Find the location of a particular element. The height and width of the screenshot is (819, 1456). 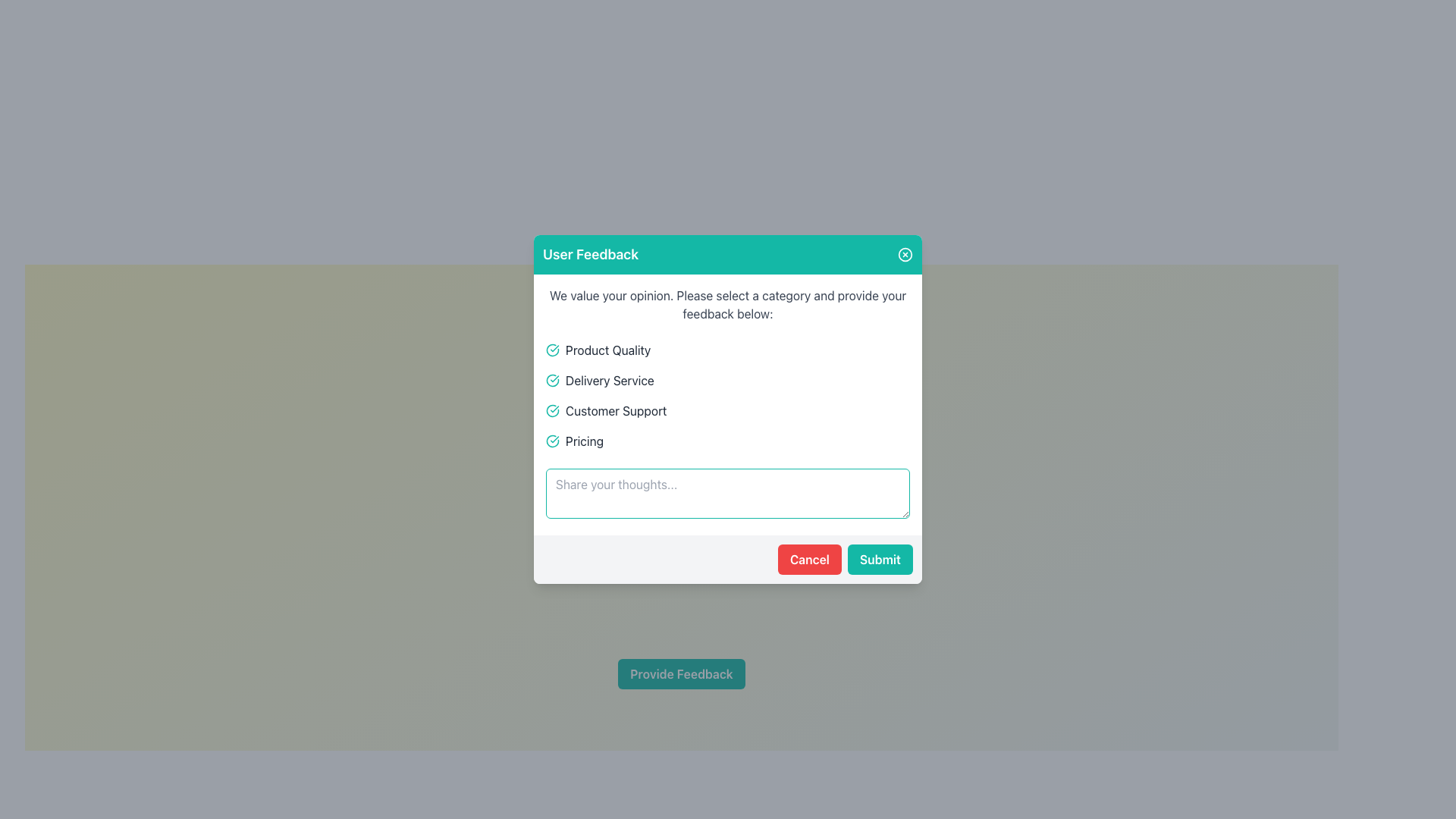

the checkbox labeled 'Pricing' is located at coordinates (728, 441).